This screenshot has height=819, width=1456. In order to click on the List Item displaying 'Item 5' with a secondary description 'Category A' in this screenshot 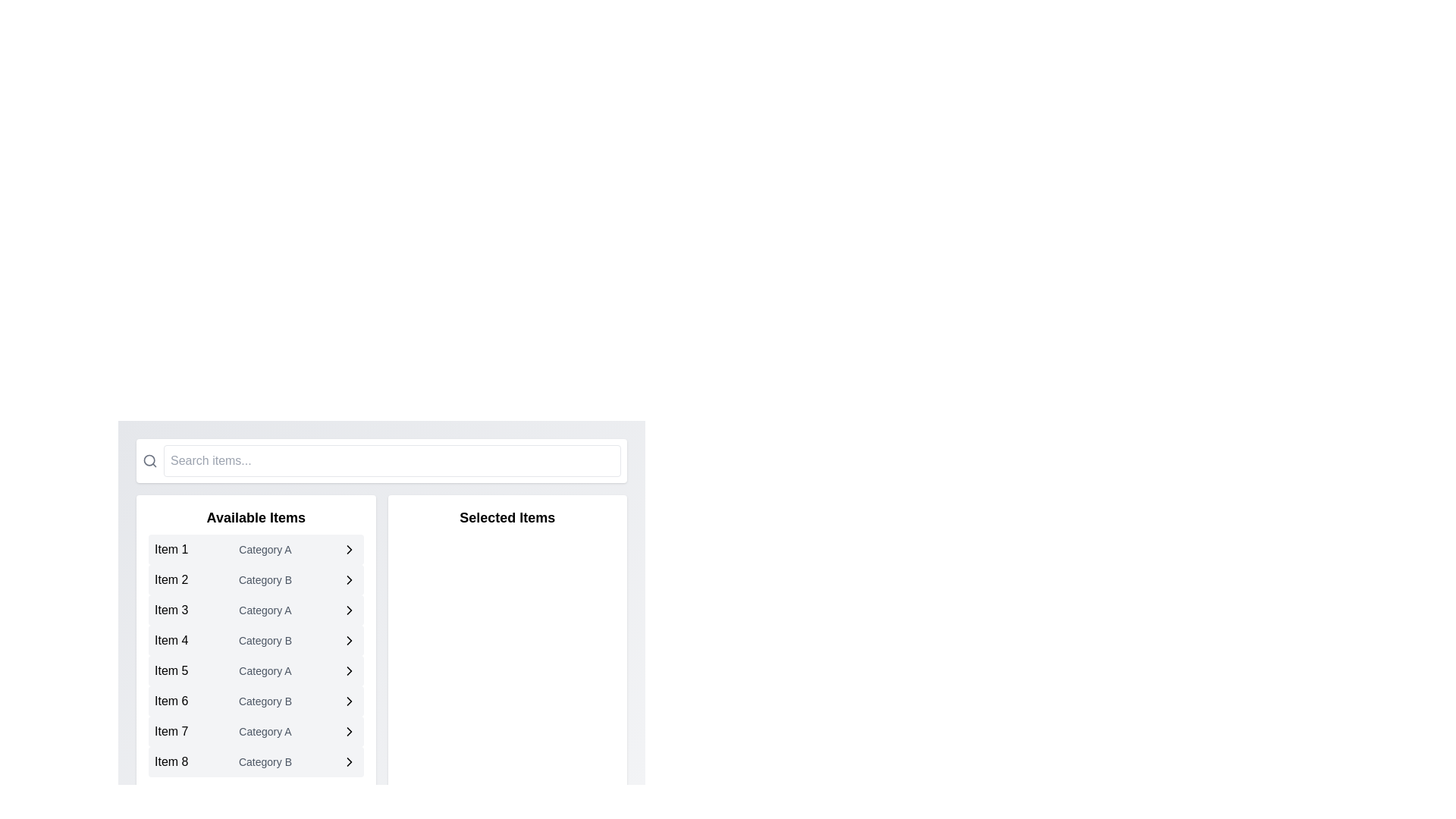, I will do `click(256, 670)`.